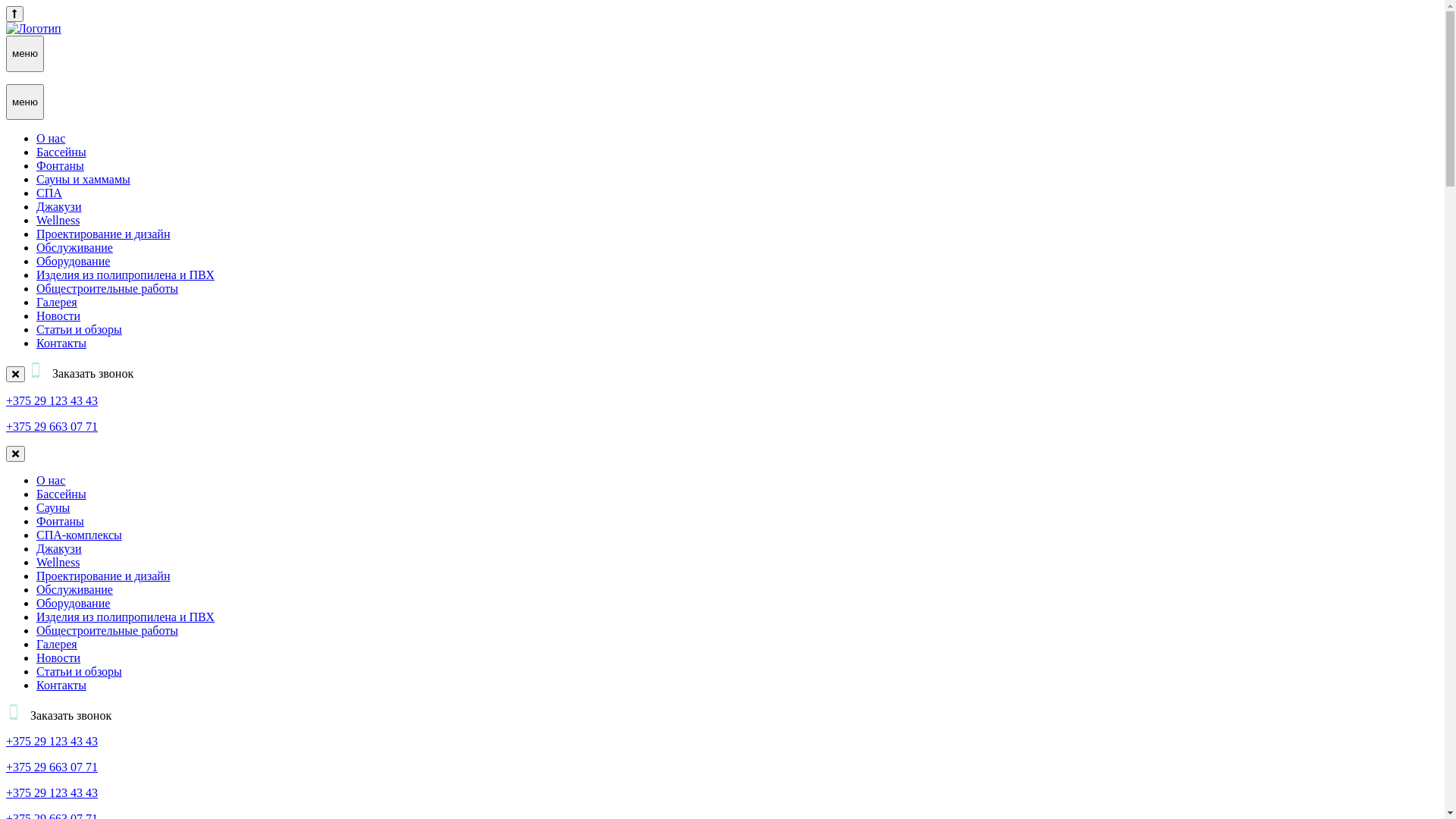 This screenshot has width=1456, height=819. Describe the element at coordinates (52, 740) in the screenshot. I see `'+375 29 123 43 43'` at that location.